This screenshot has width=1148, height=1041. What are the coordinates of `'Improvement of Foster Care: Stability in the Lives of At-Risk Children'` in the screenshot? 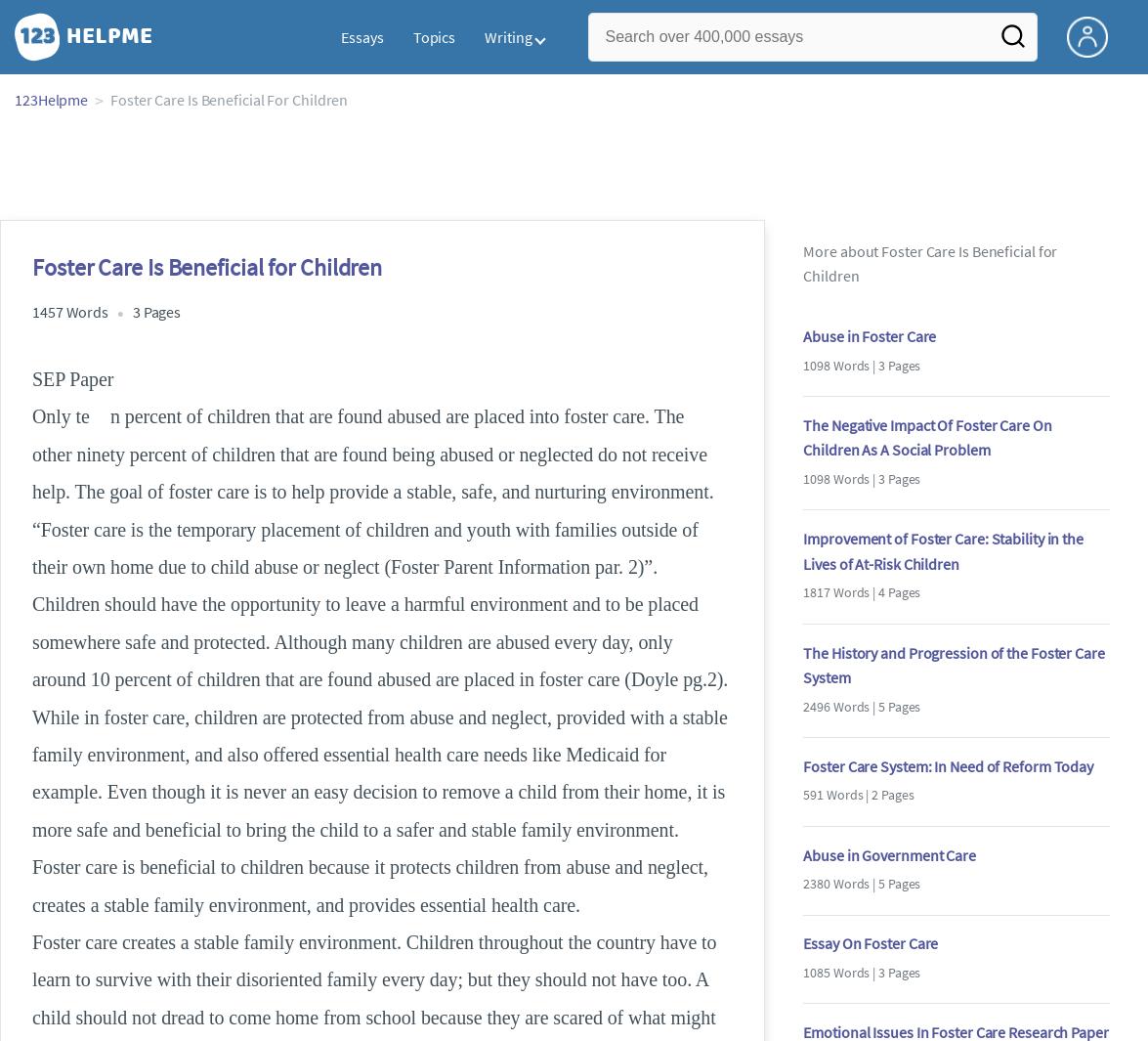 It's located at (942, 550).